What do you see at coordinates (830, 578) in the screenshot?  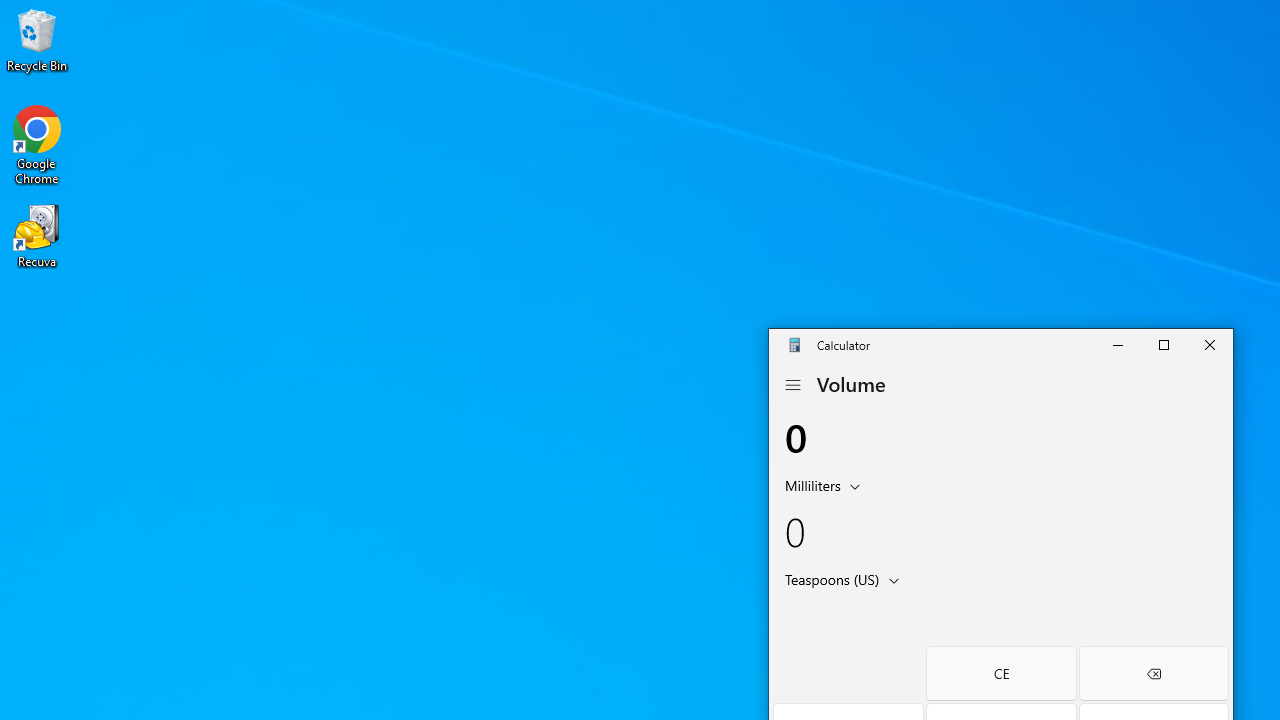 I see `'Teaspoons (US)'` at bounding box center [830, 578].